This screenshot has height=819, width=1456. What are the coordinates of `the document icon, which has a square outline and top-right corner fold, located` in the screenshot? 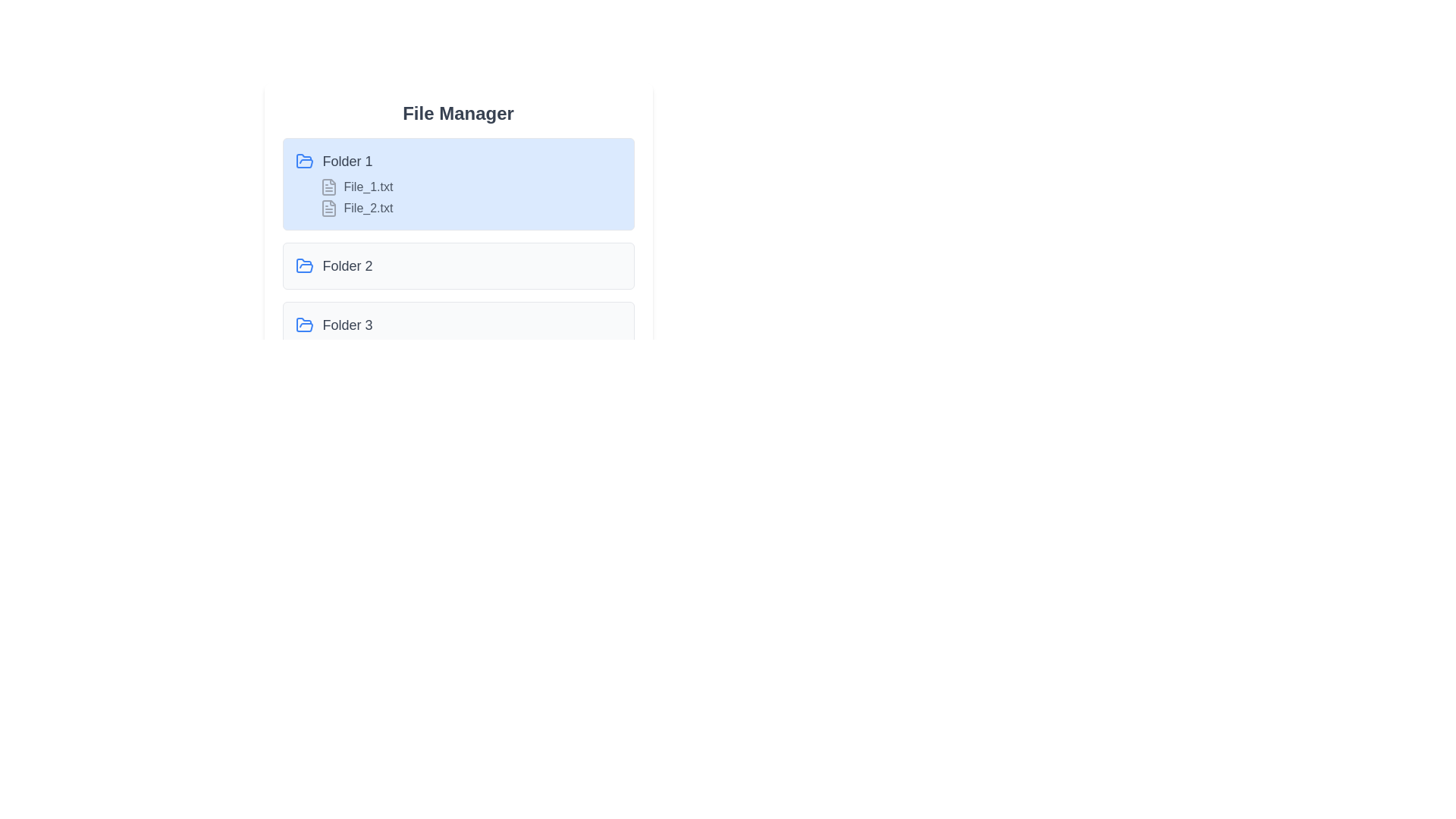 It's located at (328, 186).